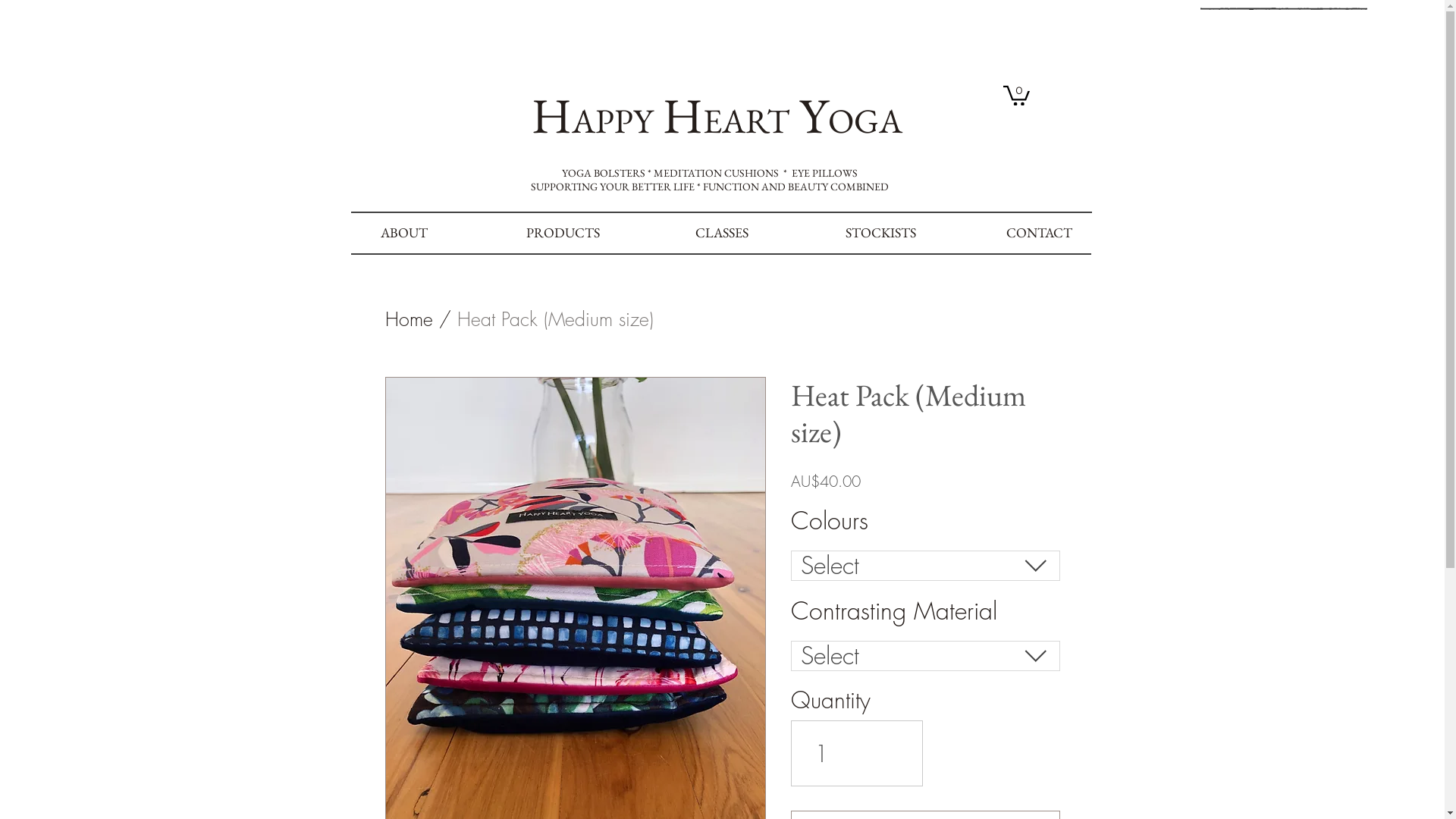 This screenshot has width=1456, height=819. Describe the element at coordinates (554, 318) in the screenshot. I see `'Heat Pack (Medium size)'` at that location.